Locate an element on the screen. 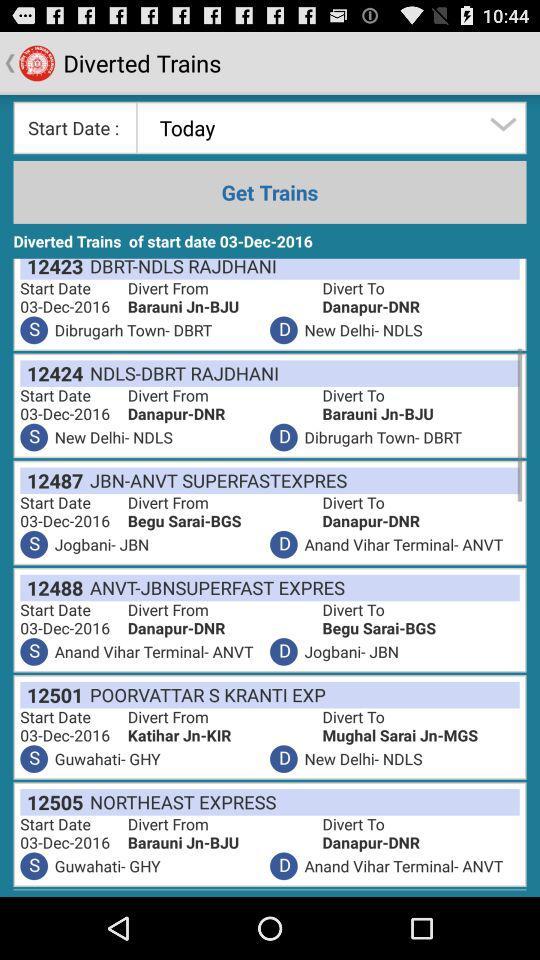  the item below   d item is located at coordinates (214, 480).